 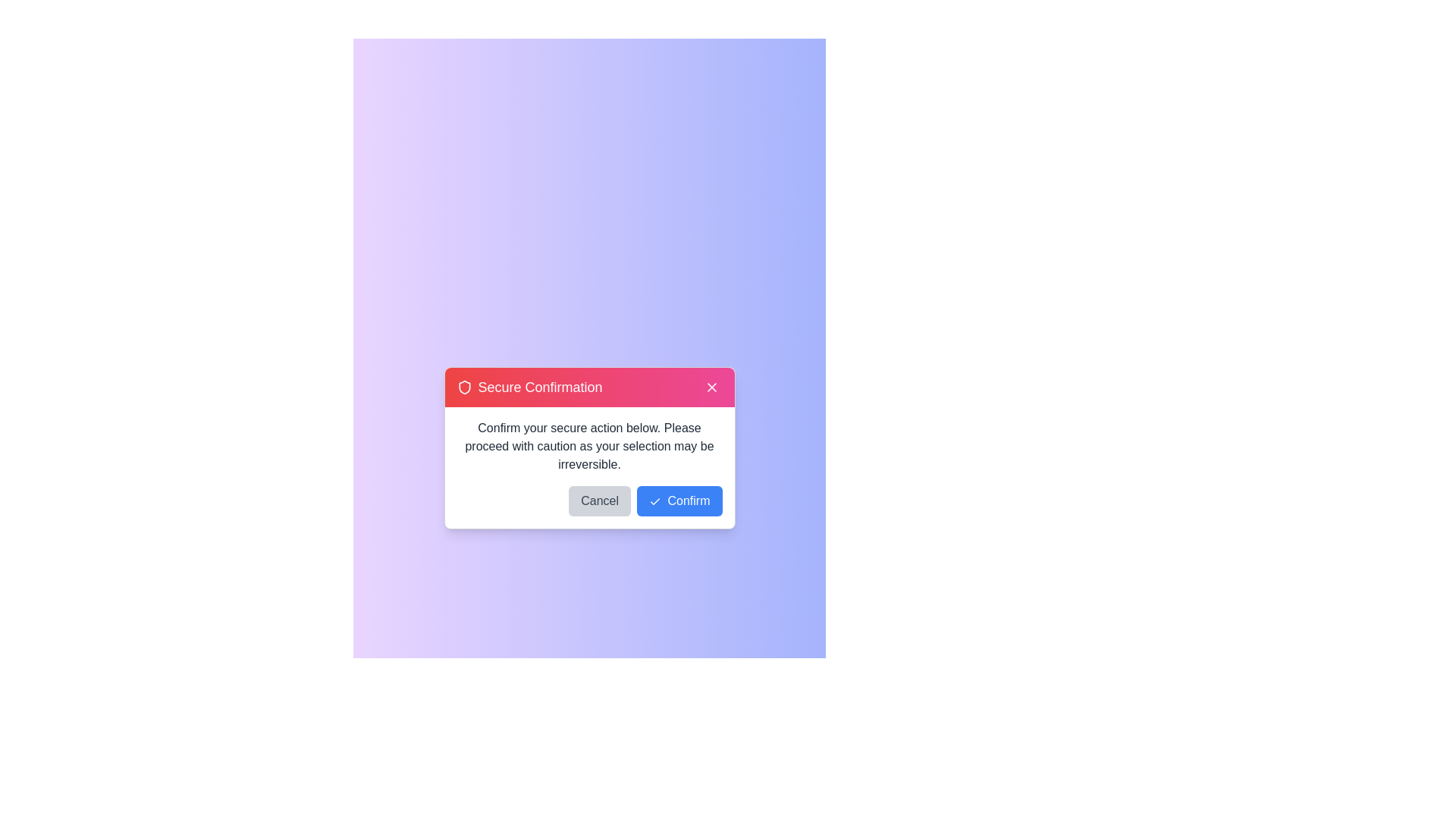 What do you see at coordinates (711, 386) in the screenshot?
I see `the red 'X' button located in the top-right corner of the red header section` at bounding box center [711, 386].